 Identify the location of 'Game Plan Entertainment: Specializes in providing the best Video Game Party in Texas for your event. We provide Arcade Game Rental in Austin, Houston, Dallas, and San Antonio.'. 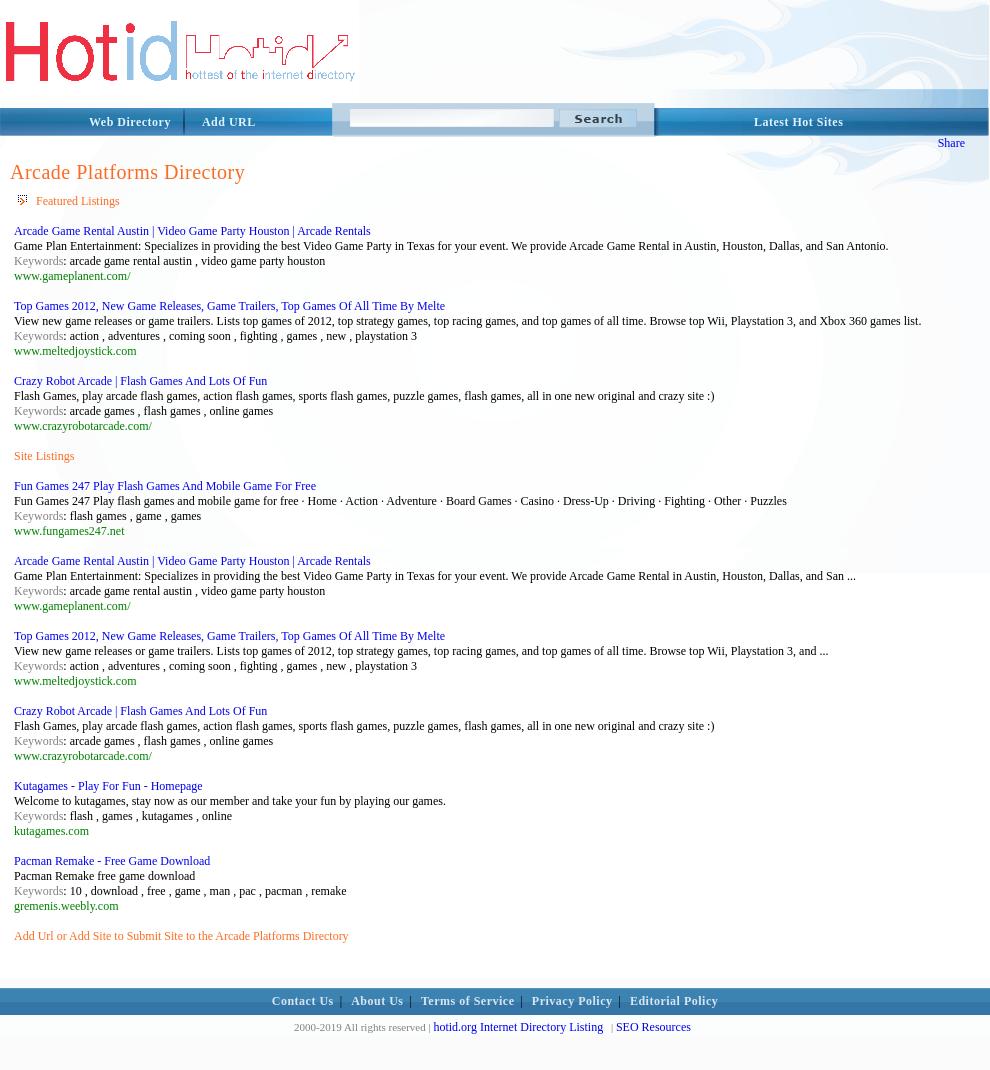
(451, 244).